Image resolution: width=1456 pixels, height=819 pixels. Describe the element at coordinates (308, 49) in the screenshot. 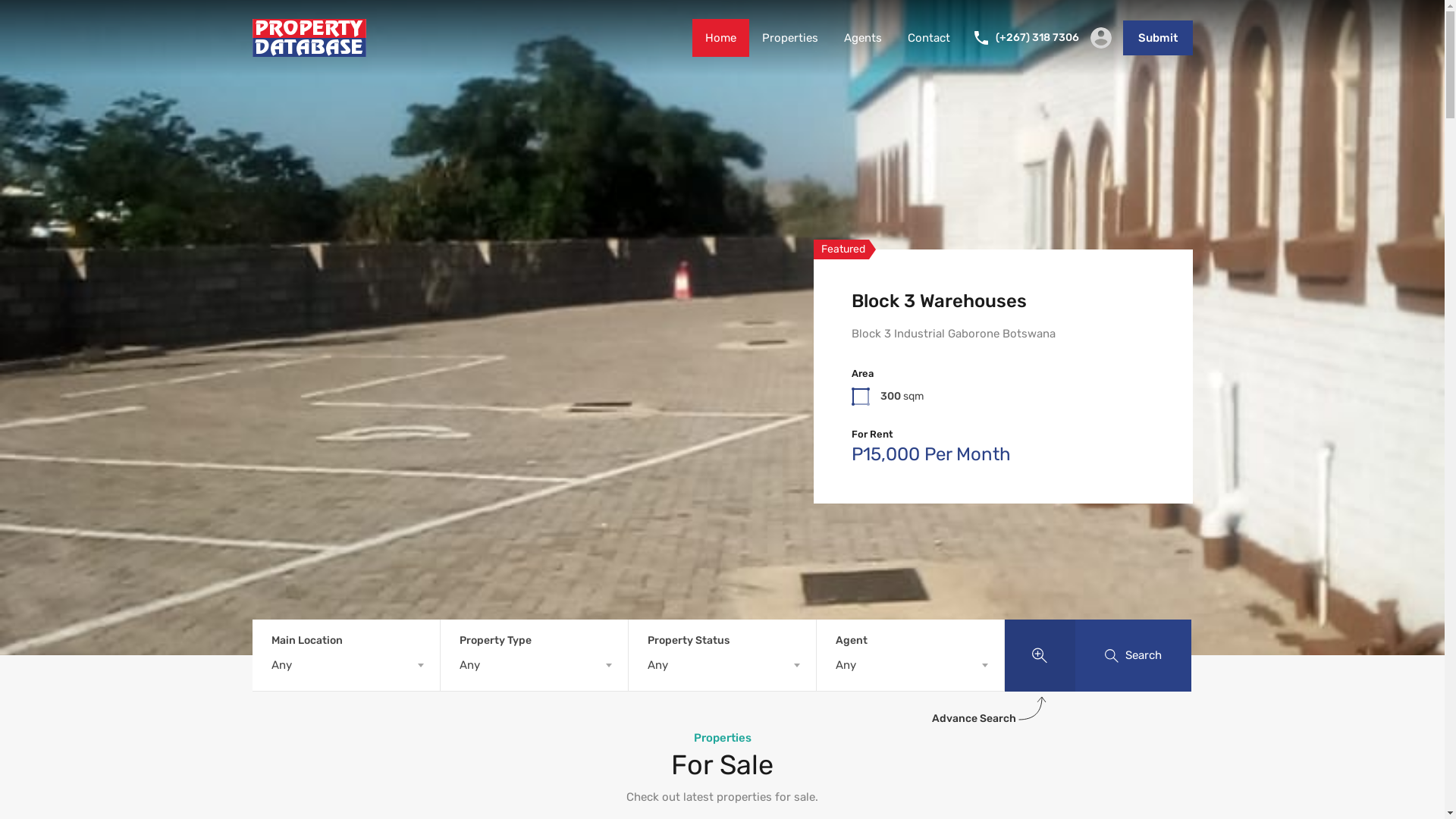

I see `'Property Database'` at that location.